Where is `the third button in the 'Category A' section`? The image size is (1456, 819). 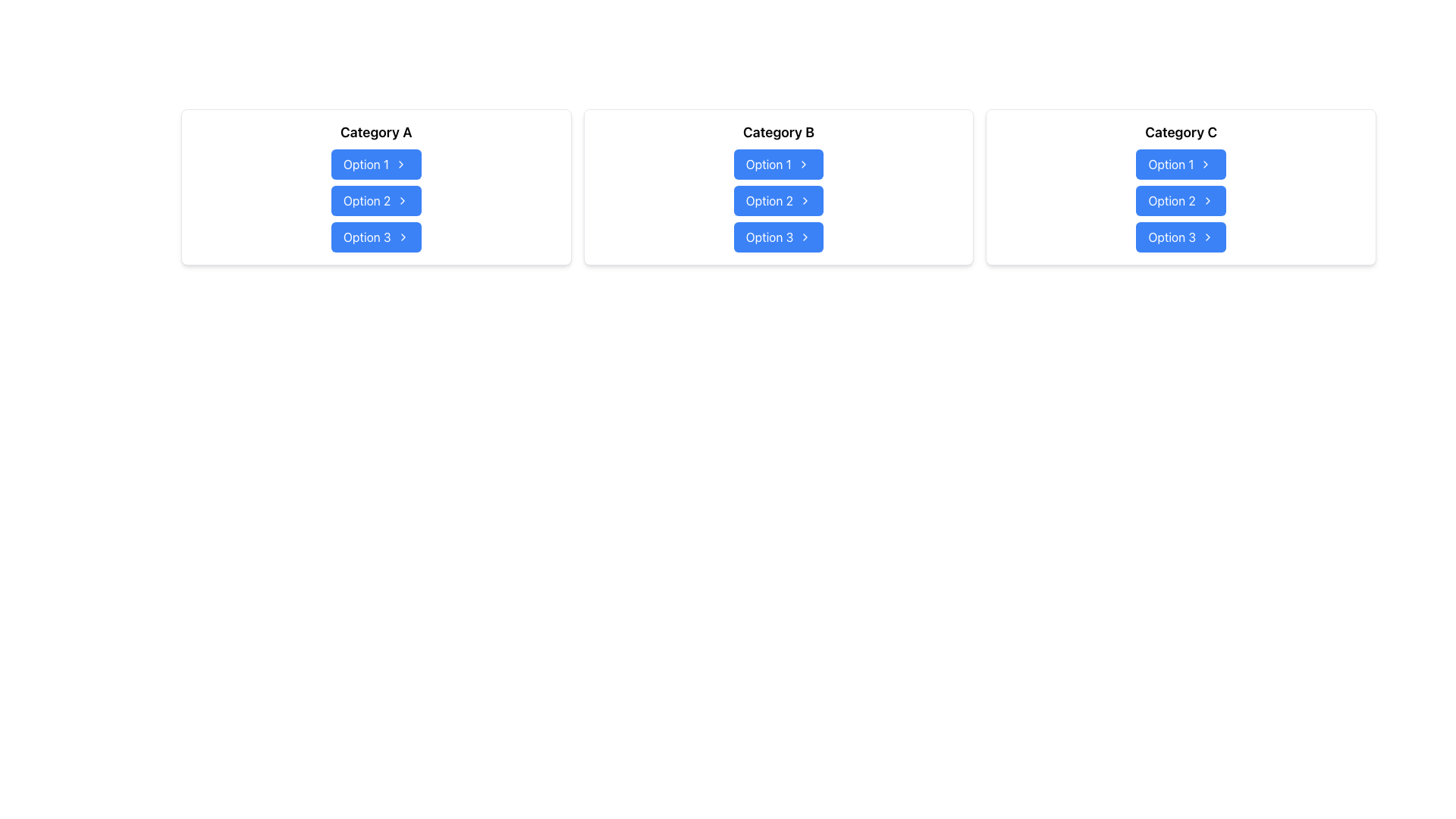 the third button in the 'Category A' section is located at coordinates (376, 237).